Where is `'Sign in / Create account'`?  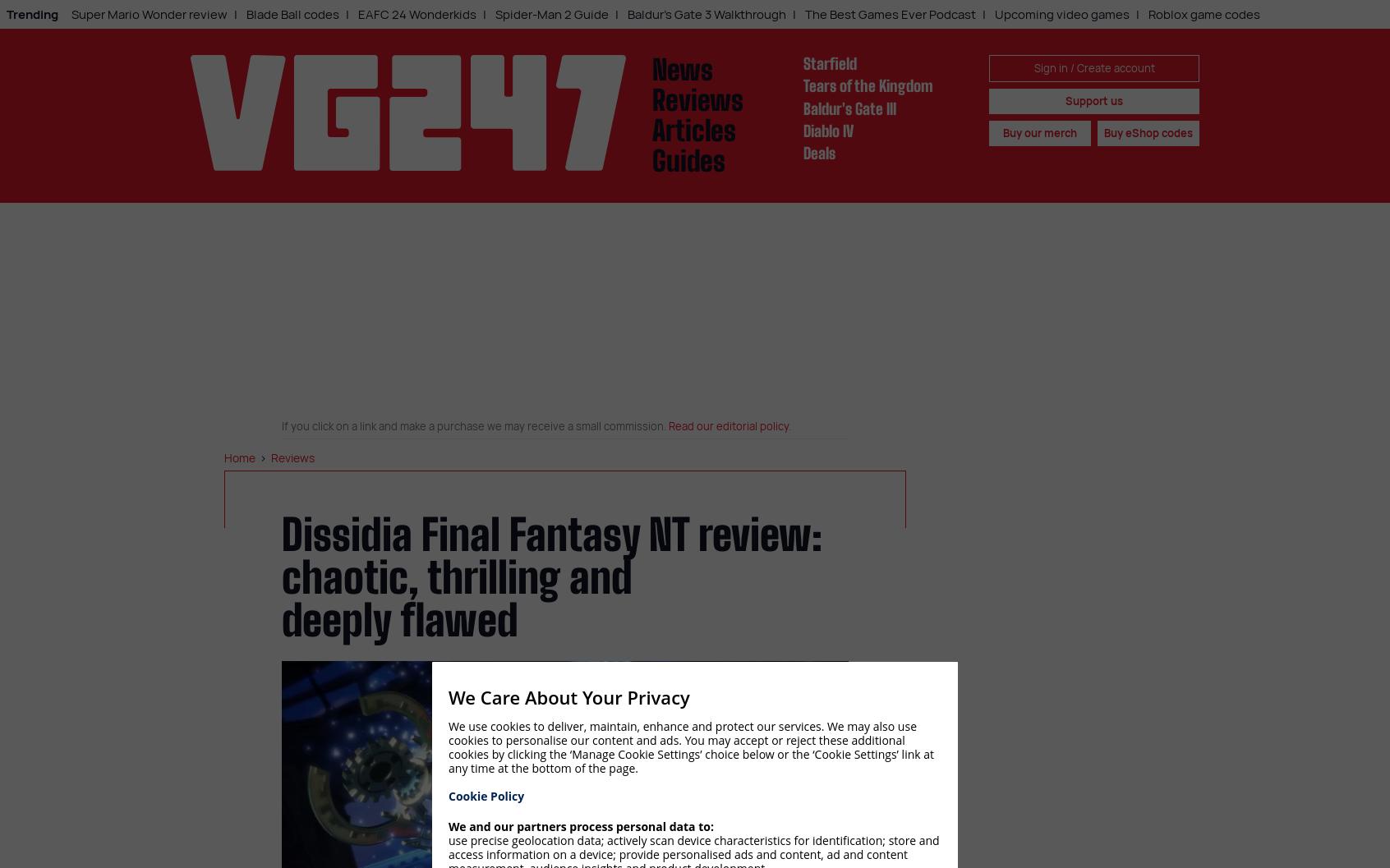 'Sign in / Create account' is located at coordinates (1033, 67).